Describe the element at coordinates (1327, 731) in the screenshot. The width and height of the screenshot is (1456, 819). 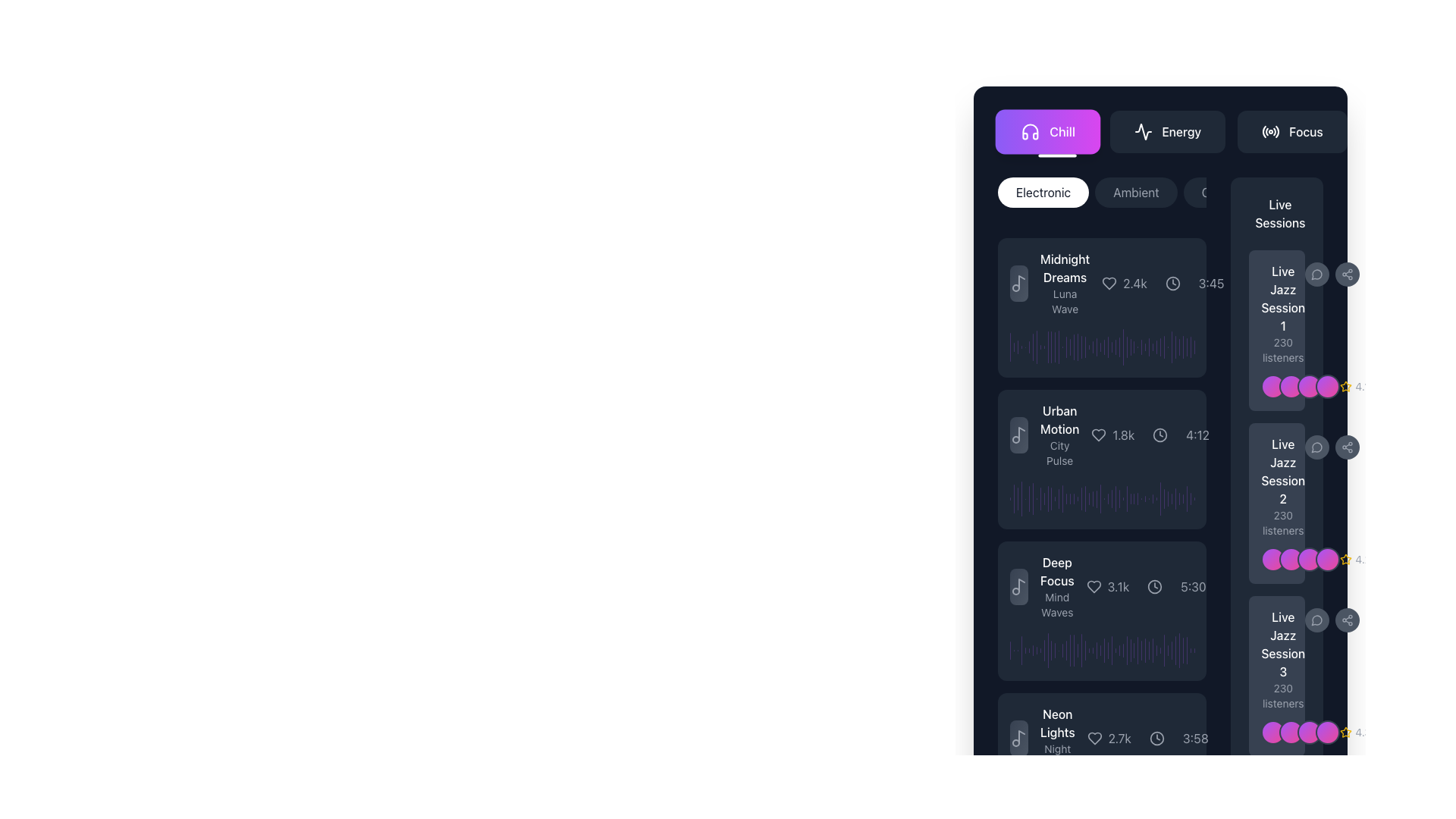
I see `the fourth circular icon with a gradient background transitioning from purple to pink, outlined with a gray border, located at the bottom-right of the 'Live Jazz Session 3' card` at that location.